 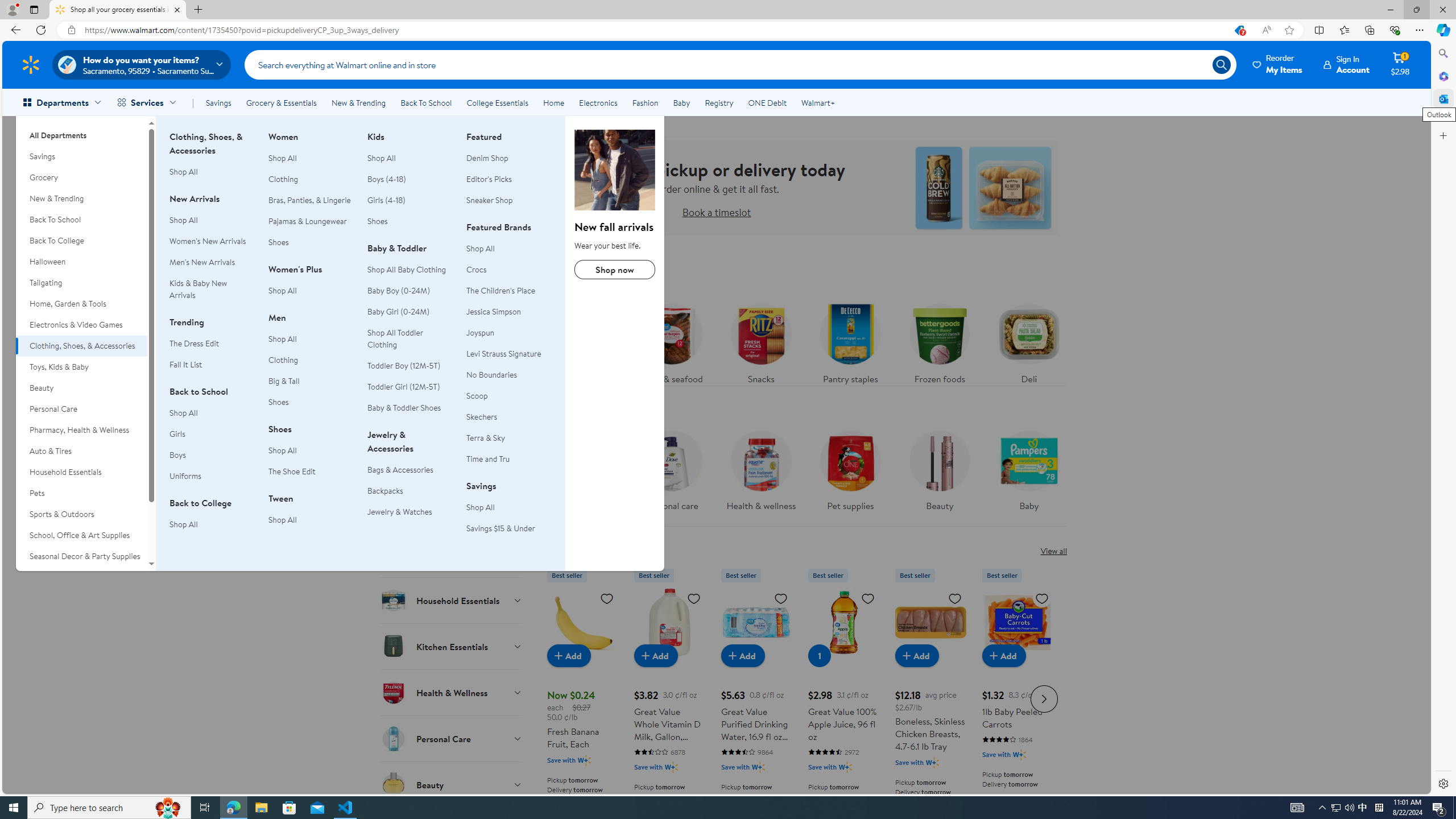 I want to click on 'TweenShop All', so click(x=311, y=515).